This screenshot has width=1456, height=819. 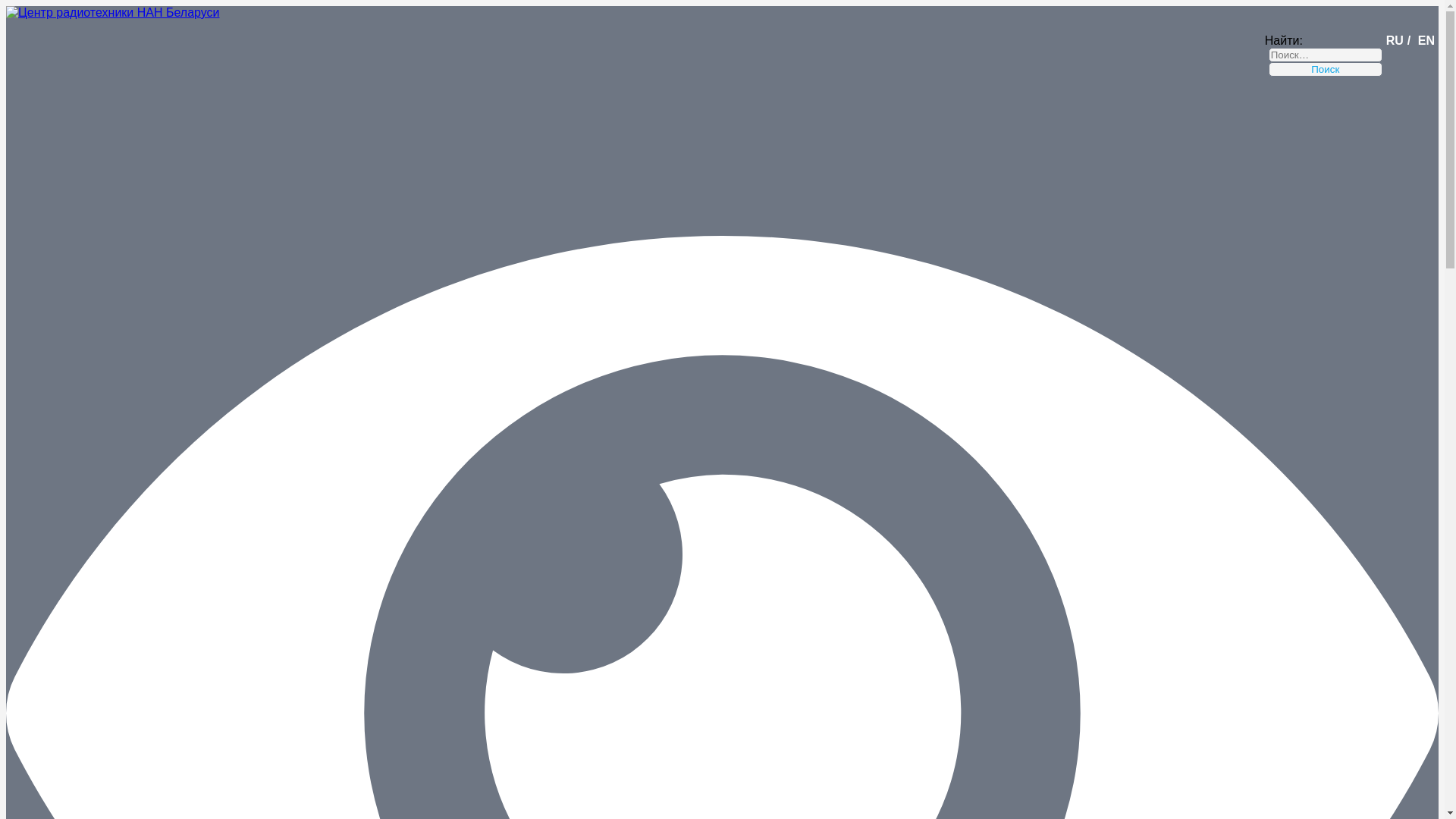 What do you see at coordinates (1386, 39) in the screenshot?
I see `'RU'` at bounding box center [1386, 39].